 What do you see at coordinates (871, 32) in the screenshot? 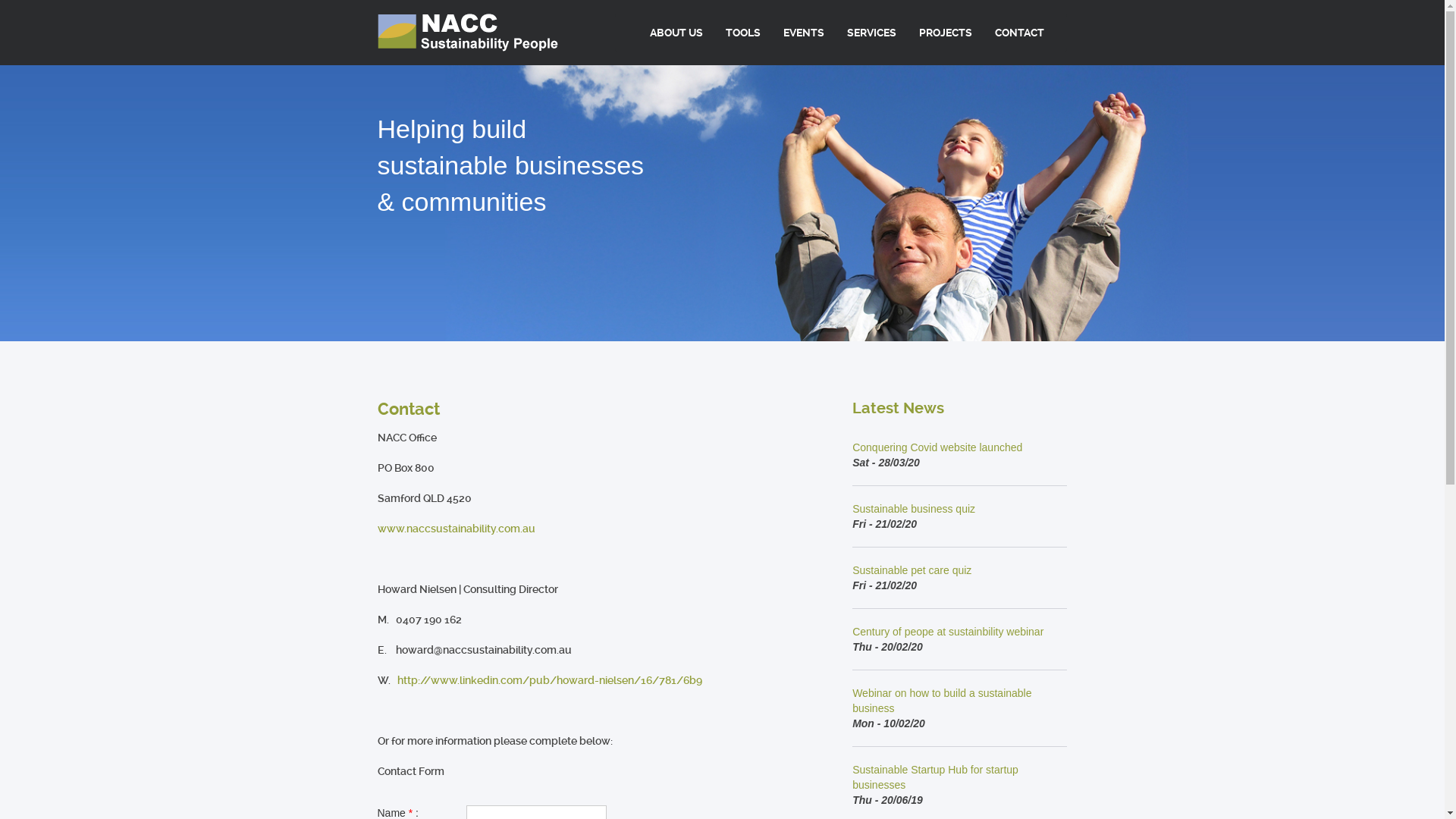
I see `'SERVICES'` at bounding box center [871, 32].